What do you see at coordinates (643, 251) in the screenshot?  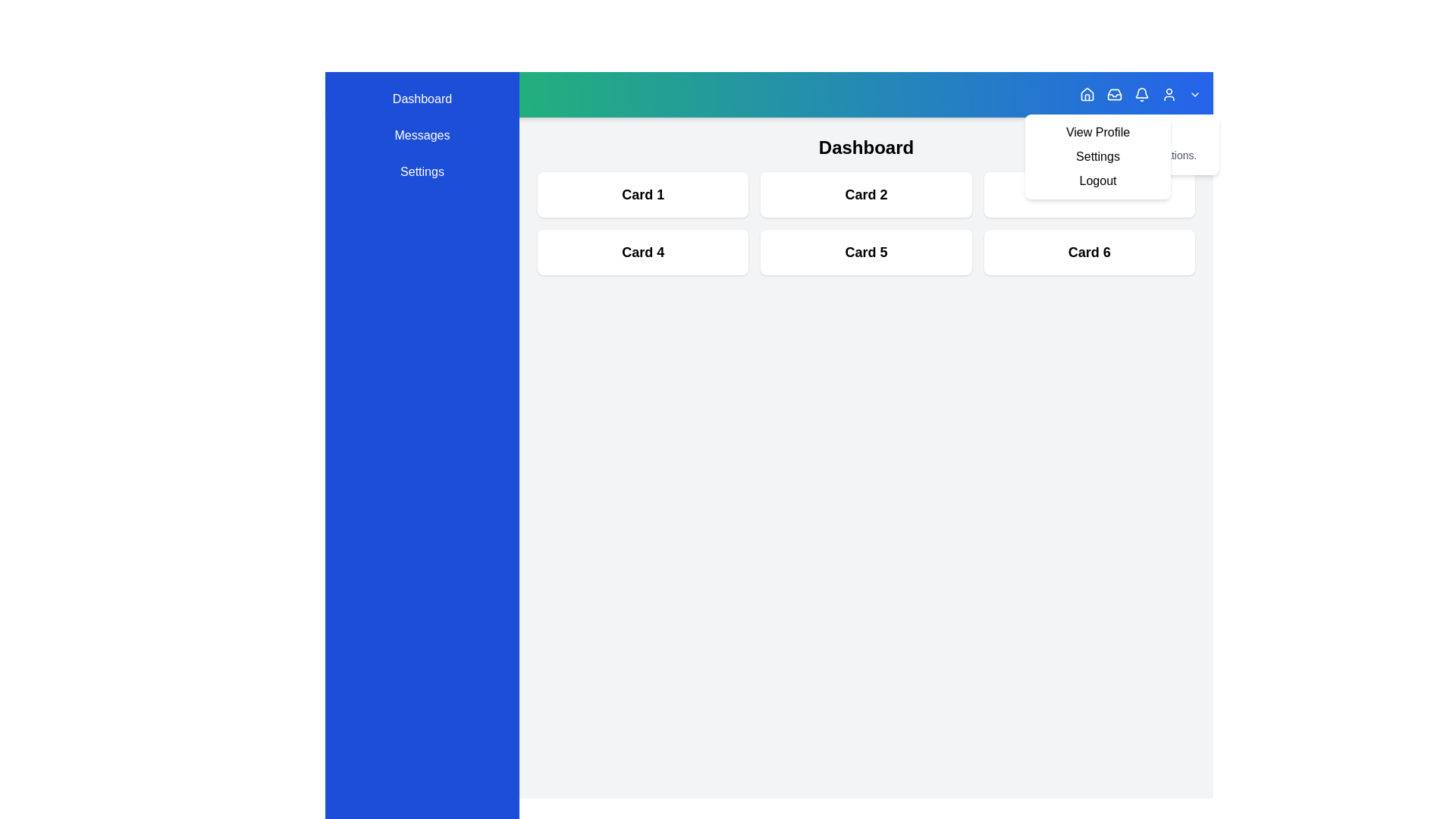 I see `the card located in the second row and first column of the grid layout` at bounding box center [643, 251].